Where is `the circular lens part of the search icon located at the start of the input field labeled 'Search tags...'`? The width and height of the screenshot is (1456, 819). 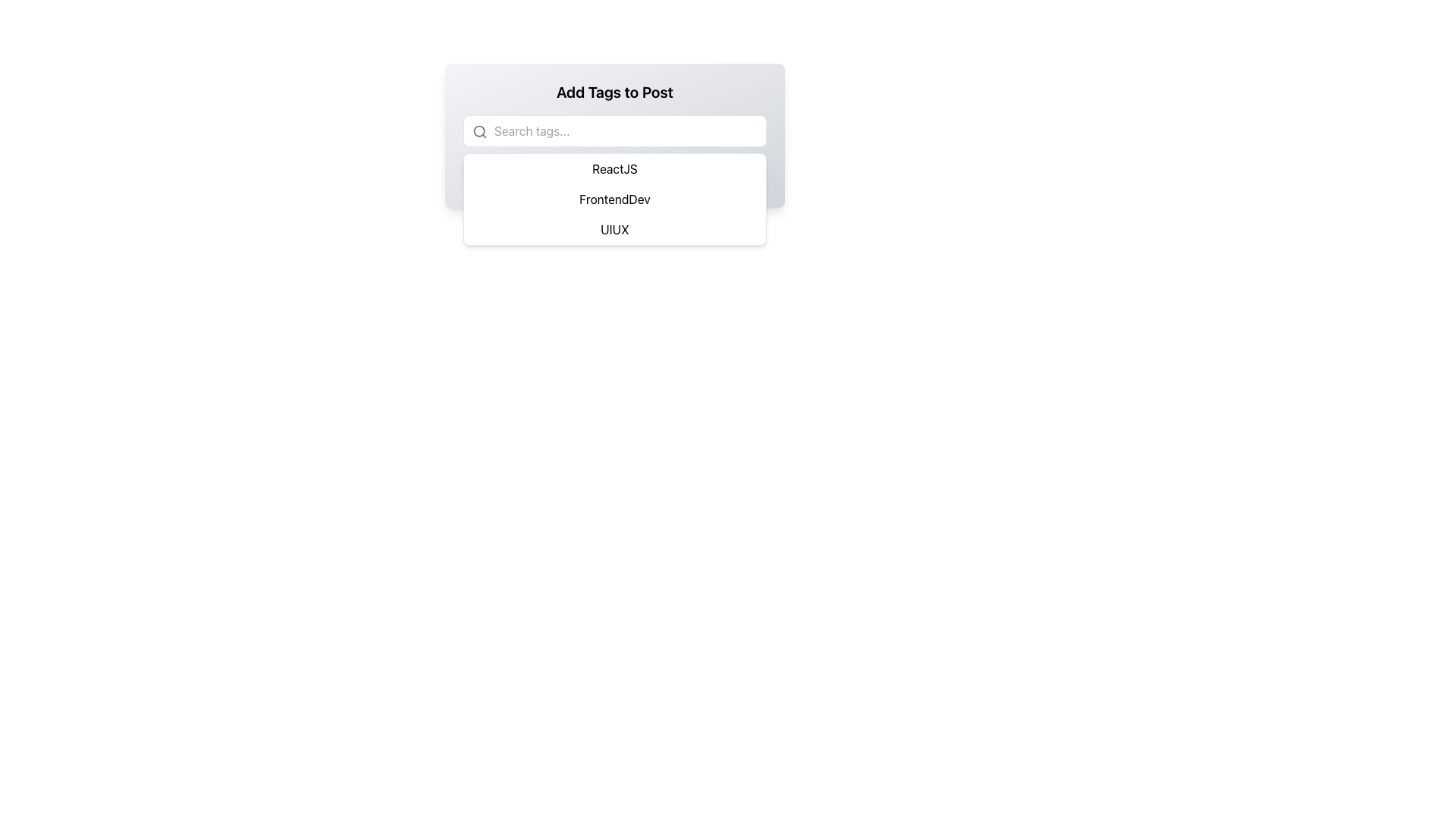 the circular lens part of the search icon located at the start of the input field labeled 'Search tags...' is located at coordinates (479, 130).